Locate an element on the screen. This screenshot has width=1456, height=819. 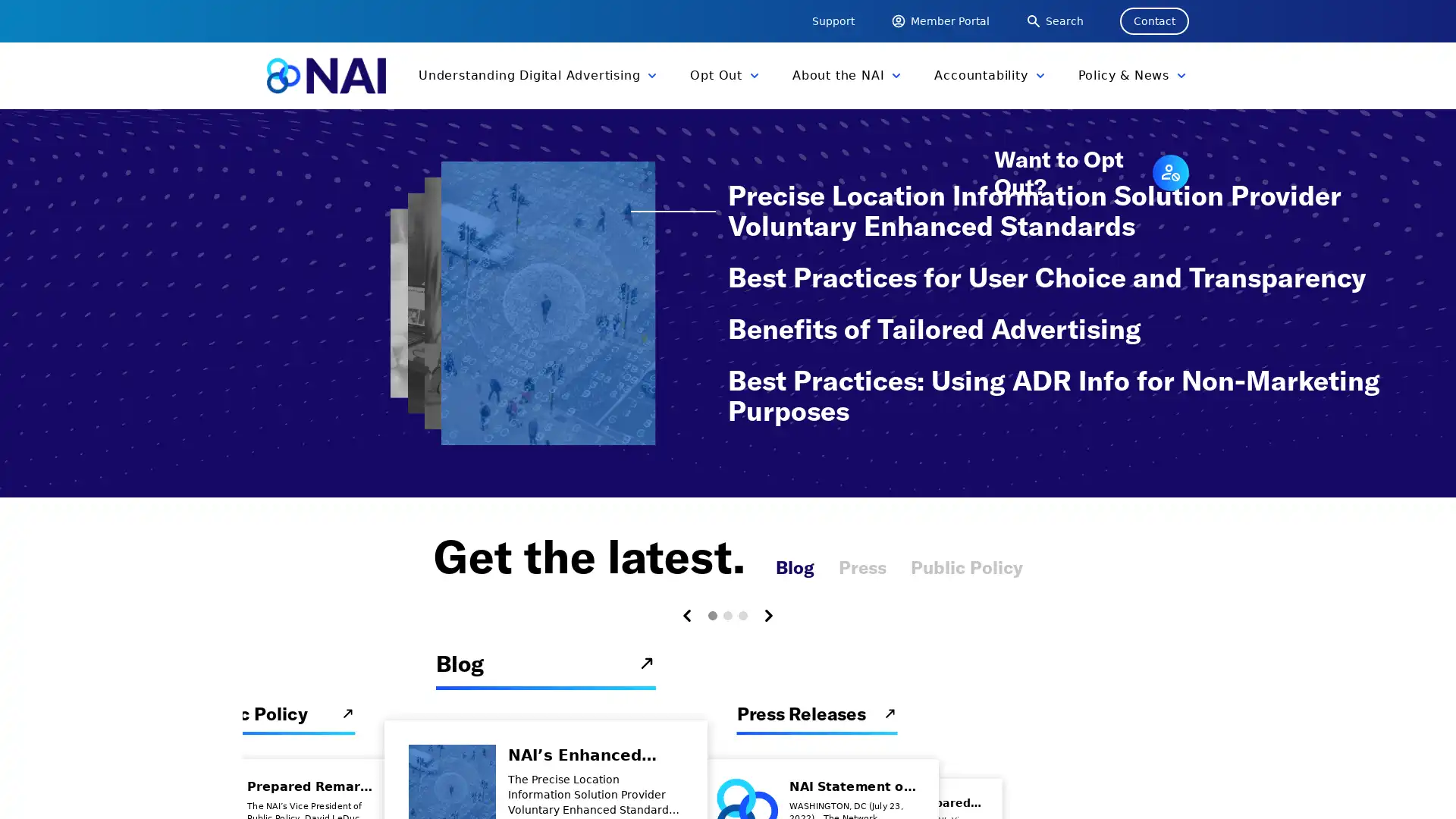
Press is located at coordinates (861, 567).